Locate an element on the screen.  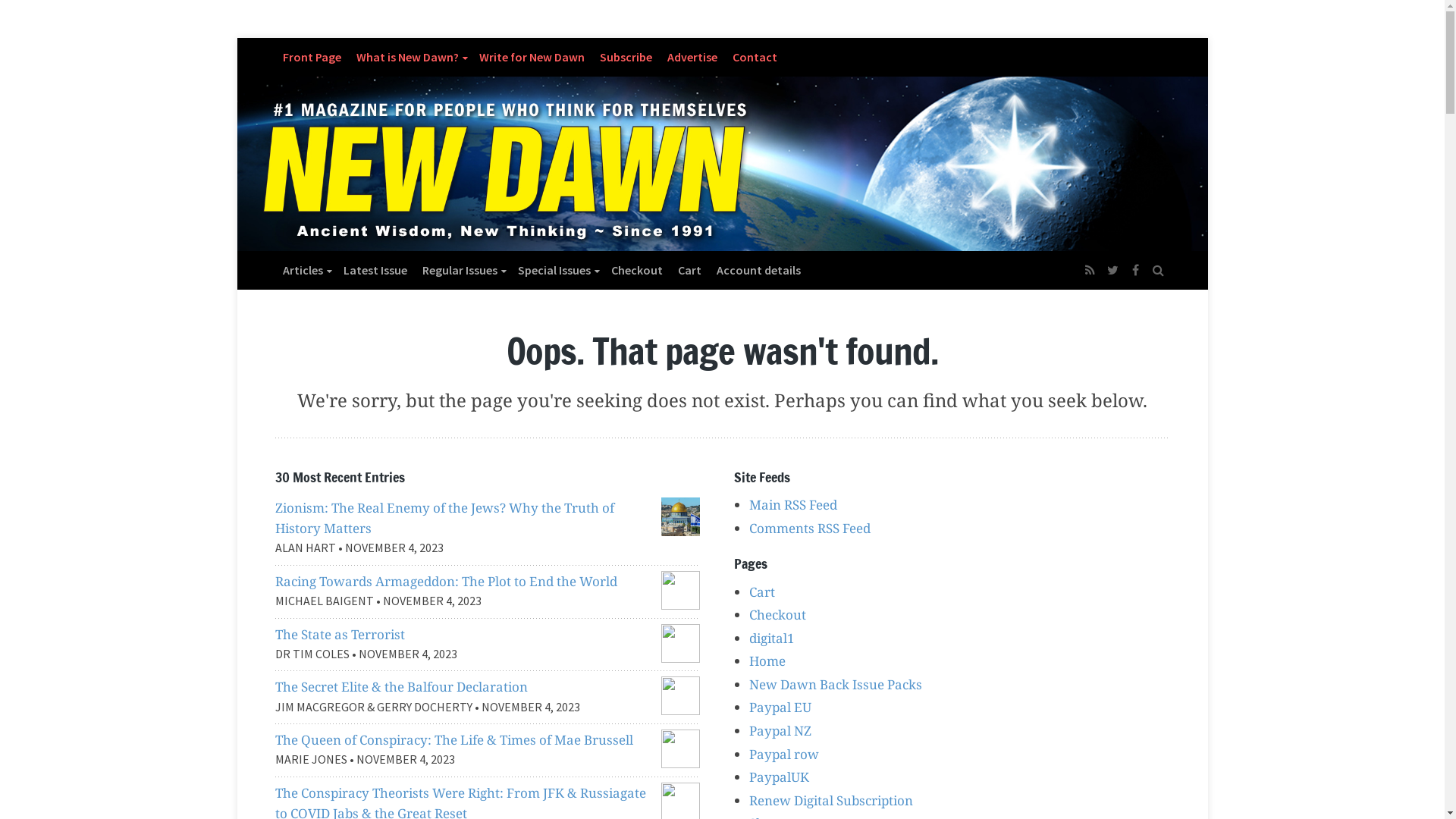
'Front Page' is located at coordinates (310, 55).